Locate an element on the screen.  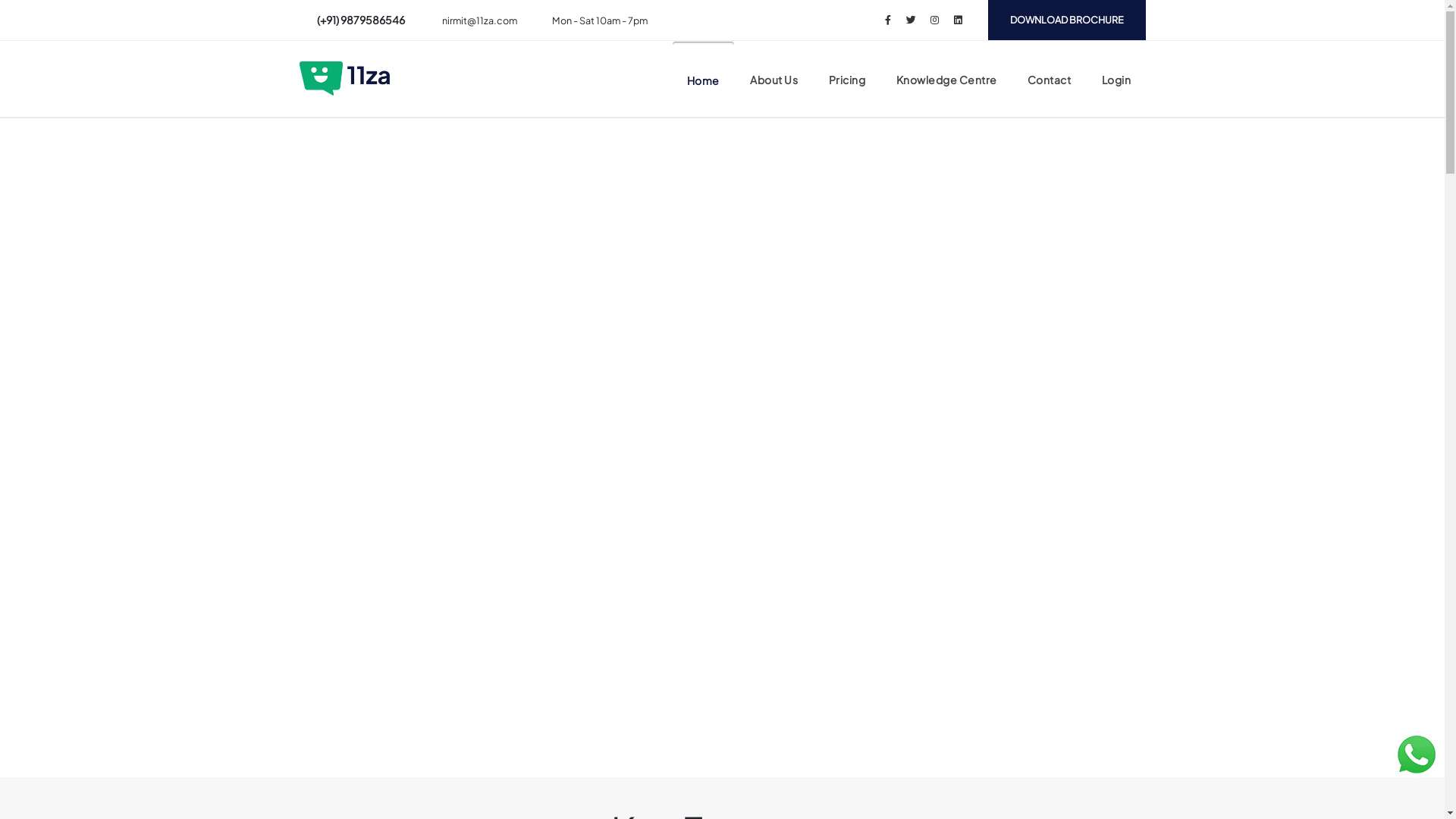
'Home' is located at coordinates (702, 79).